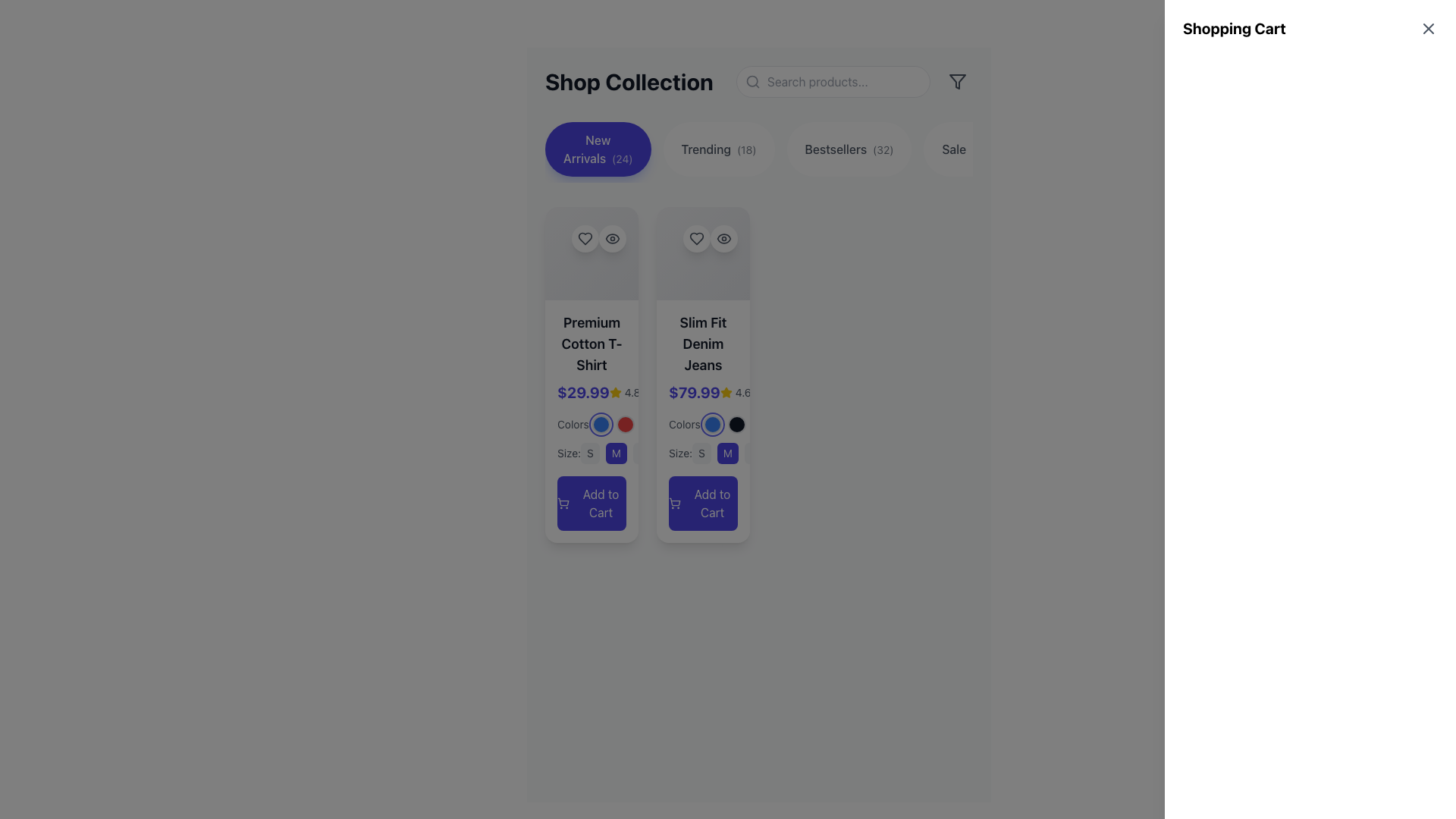  What do you see at coordinates (695, 239) in the screenshot?
I see `the heart-shaped icon located at the upper section of the item card for 'Slim Fit Denim Jeans' to mark the product as favorite` at bounding box center [695, 239].